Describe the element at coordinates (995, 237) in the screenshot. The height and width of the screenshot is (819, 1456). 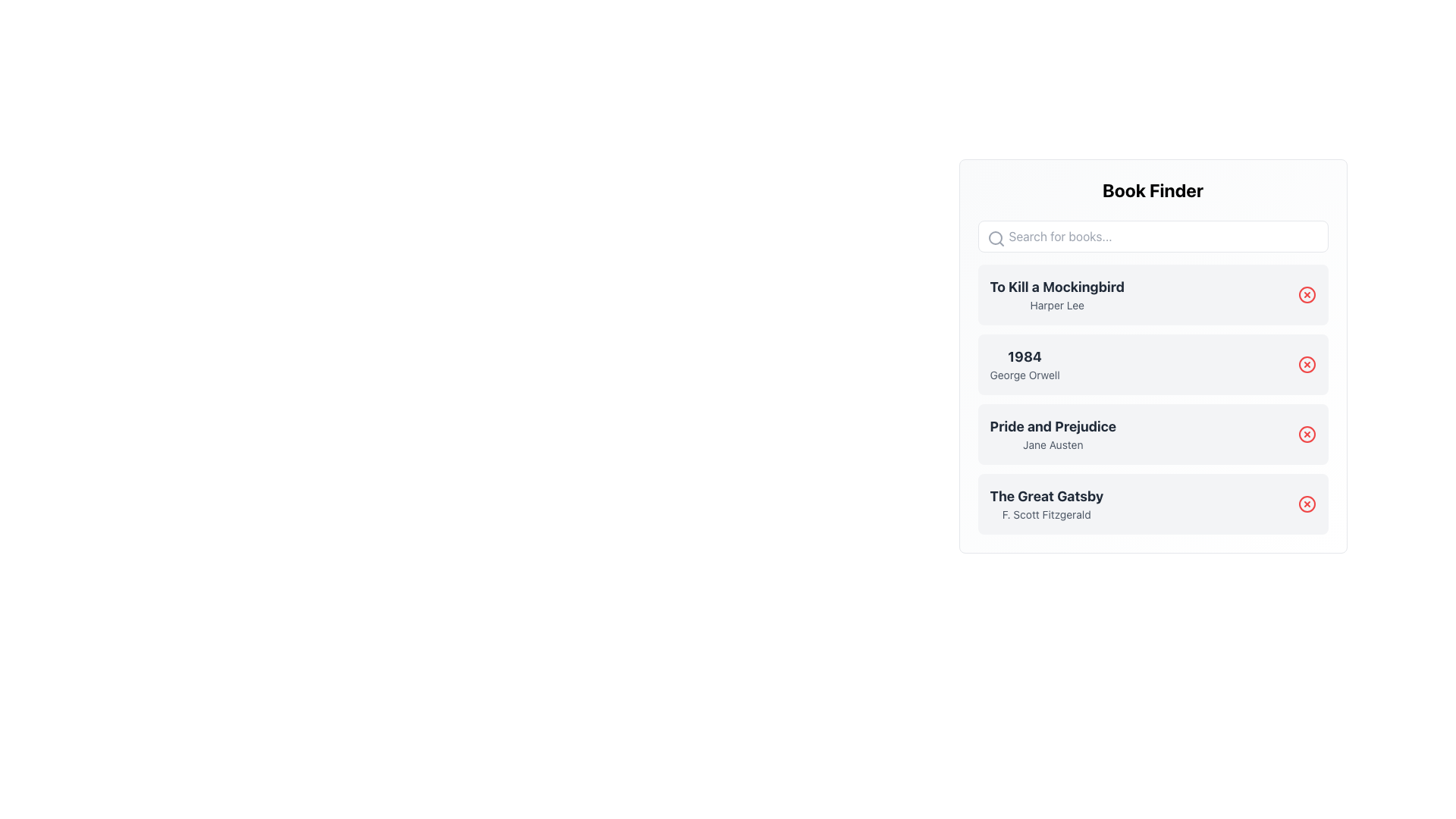
I see `the circular shape that resembles the lens part of the search icon located at the top-left corner of the search bar` at that location.